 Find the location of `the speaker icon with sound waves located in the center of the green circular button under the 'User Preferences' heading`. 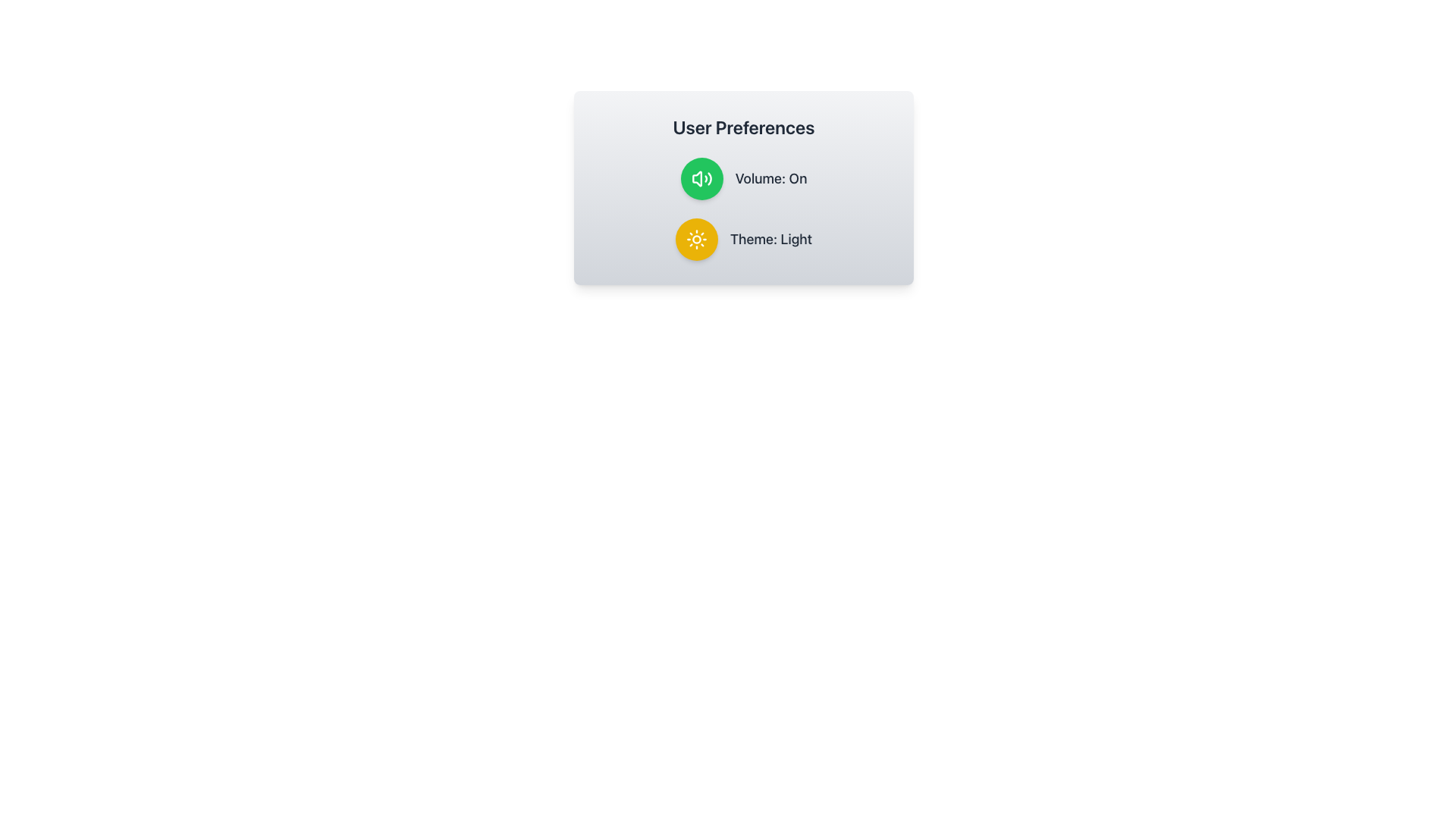

the speaker icon with sound waves located in the center of the green circular button under the 'User Preferences' heading is located at coordinates (701, 177).